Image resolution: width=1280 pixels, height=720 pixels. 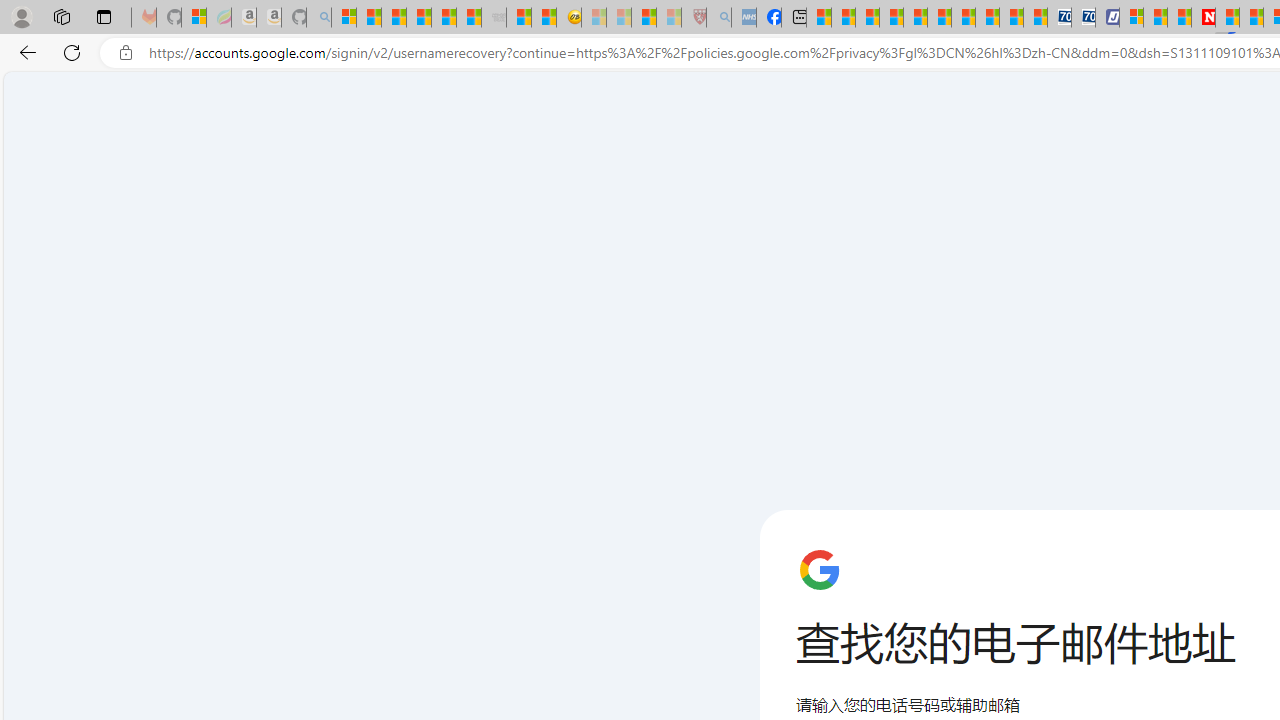 What do you see at coordinates (1058, 17) in the screenshot?
I see `'Cheap Car Rentals - Save70.com'` at bounding box center [1058, 17].